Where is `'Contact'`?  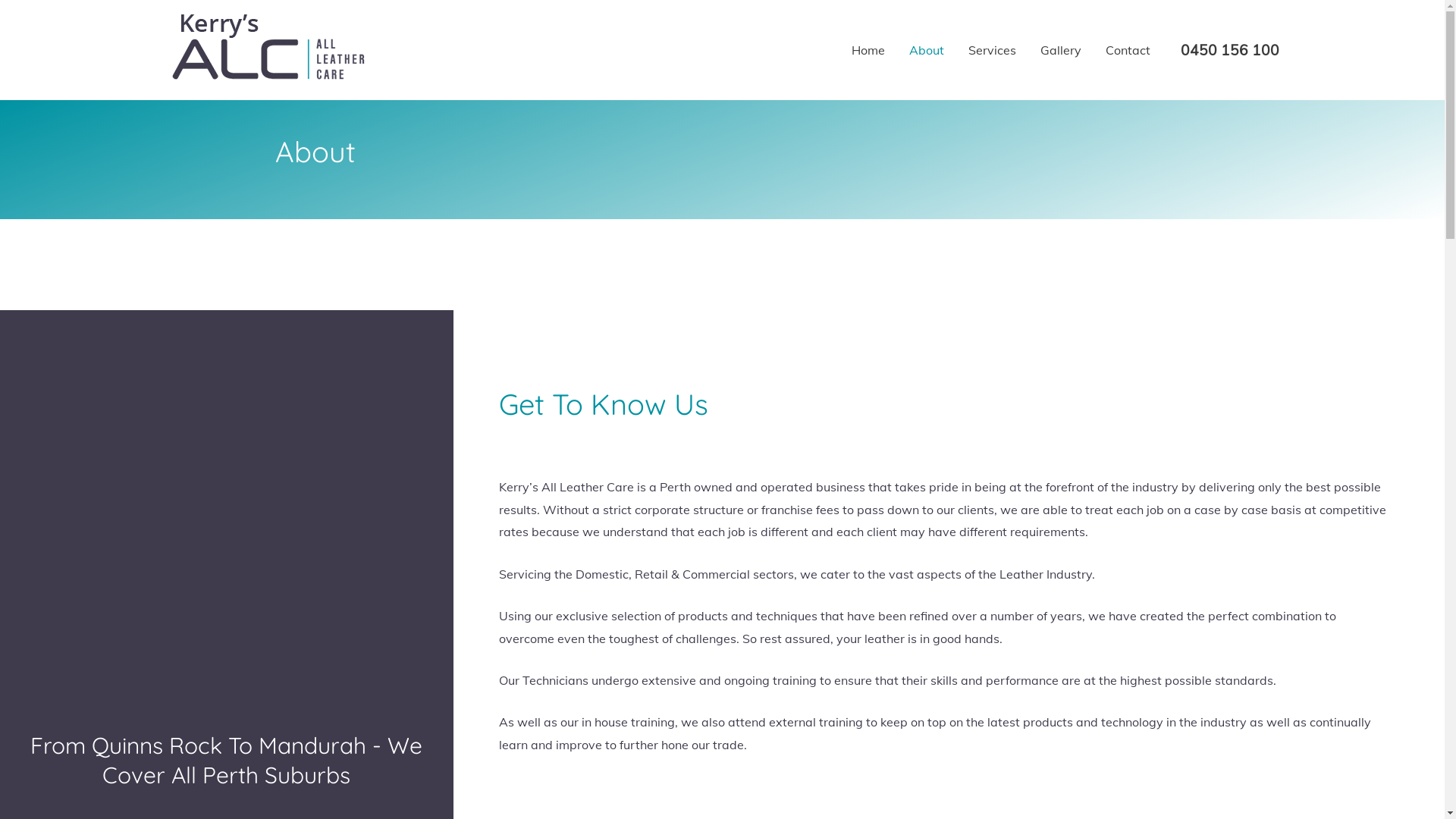
'Contact' is located at coordinates (1128, 49).